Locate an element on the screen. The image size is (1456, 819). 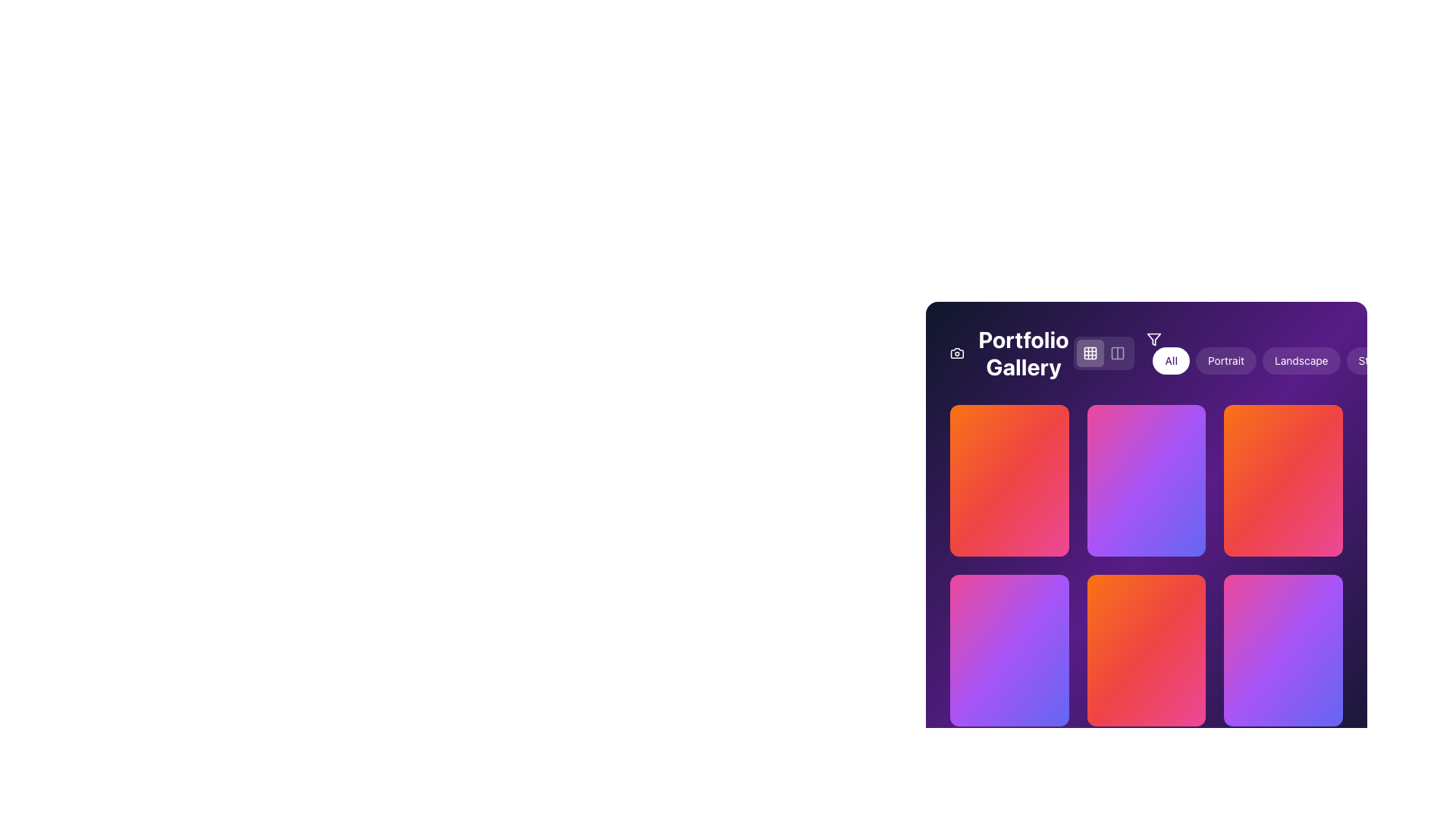
the rectangular card with a gradient background transitioning from orange to deep pink is located at coordinates (1147, 649).